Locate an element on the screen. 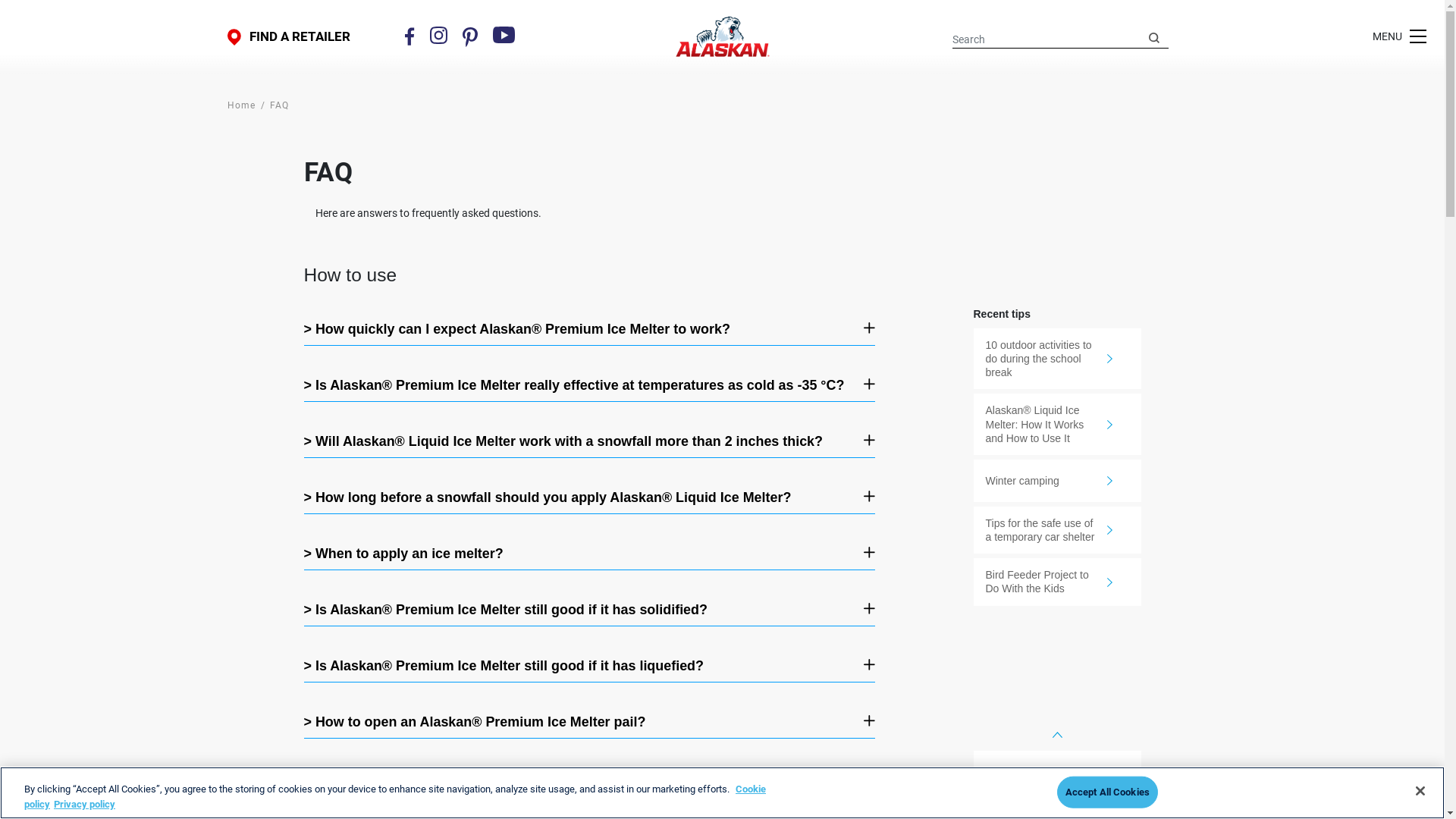  'Accept All Cookies' is located at coordinates (1107, 792).